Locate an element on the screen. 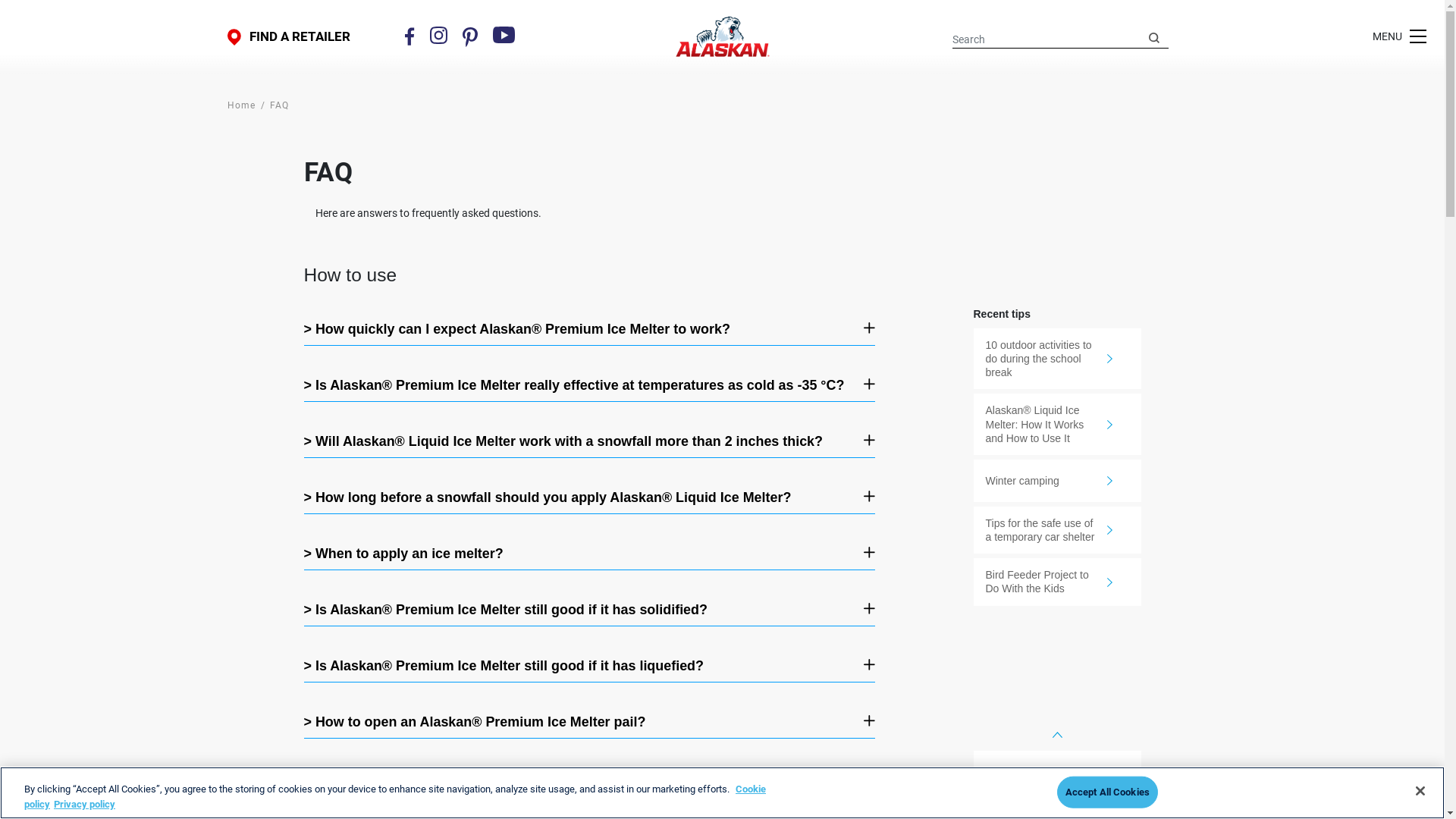  'Accept All Cookies' is located at coordinates (1107, 792).